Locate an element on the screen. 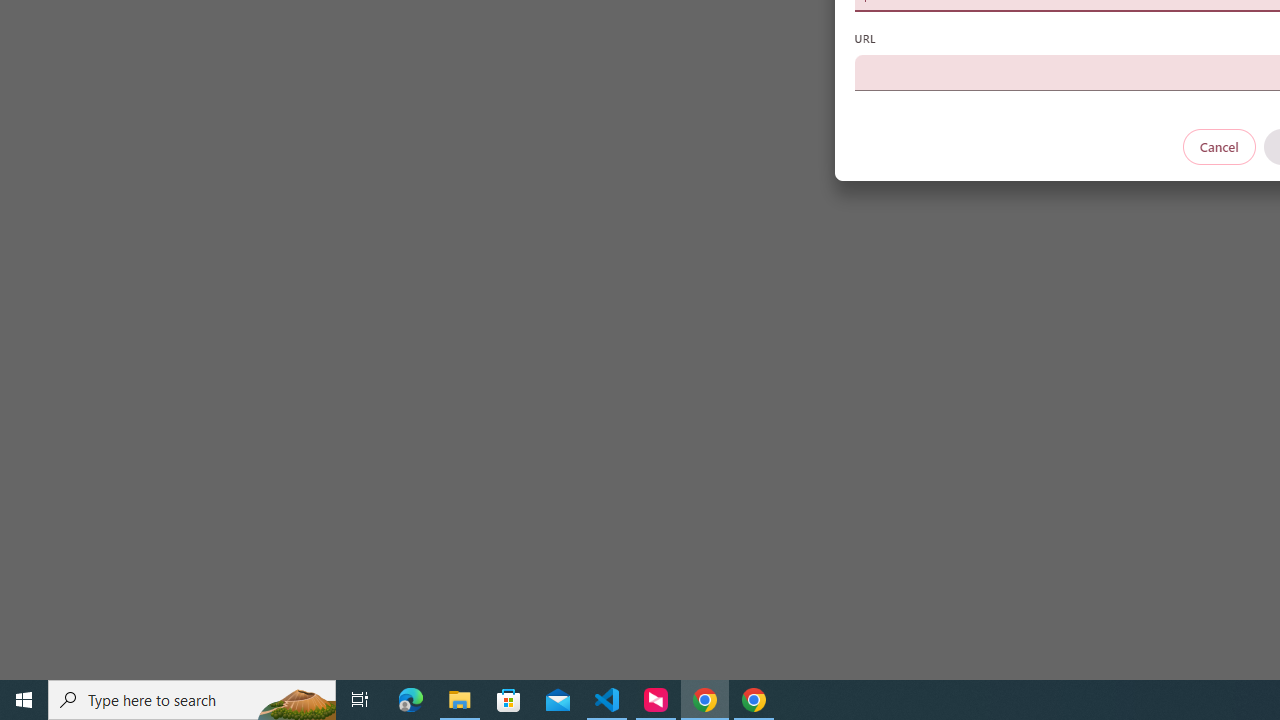  'Cancel' is located at coordinates (1217, 145).